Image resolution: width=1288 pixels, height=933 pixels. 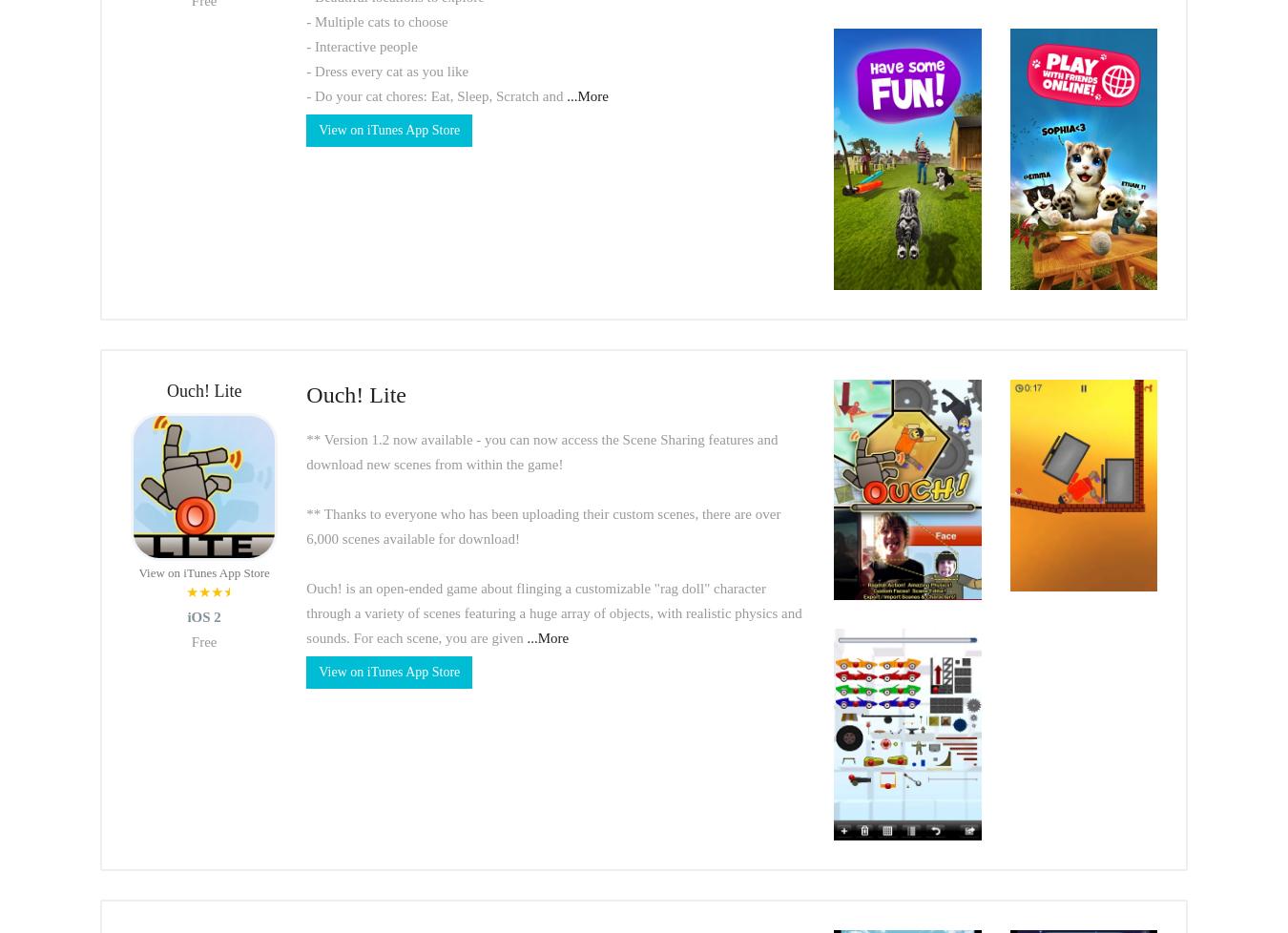 I want to click on 'Free', so click(x=190, y=641).